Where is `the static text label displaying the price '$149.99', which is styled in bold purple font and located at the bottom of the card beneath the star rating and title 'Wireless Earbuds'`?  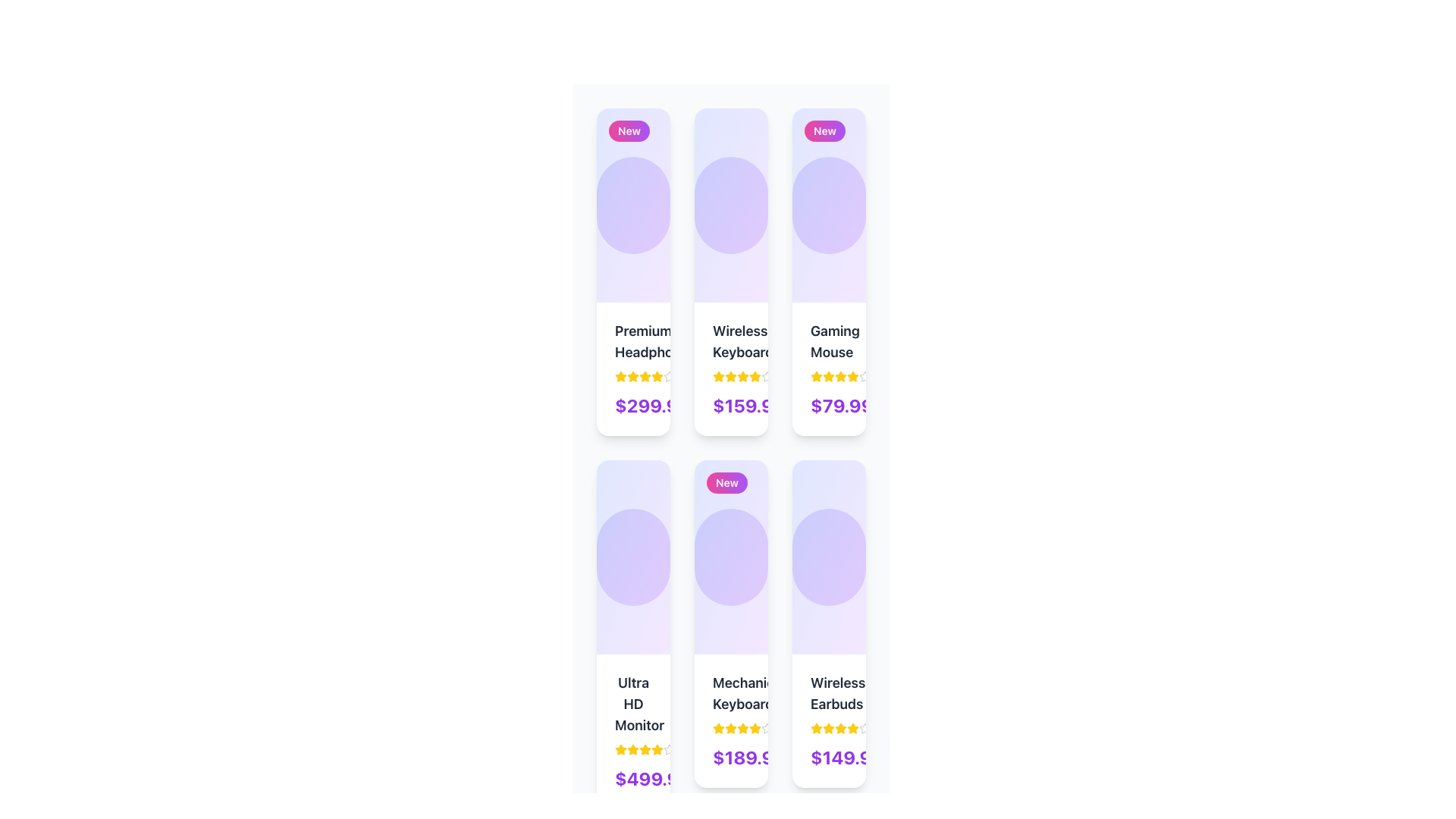
the static text label displaying the price '$149.99', which is styled in bold purple font and located at the bottom of the card beneath the star rating and title 'Wireless Earbuds' is located at coordinates (846, 758).